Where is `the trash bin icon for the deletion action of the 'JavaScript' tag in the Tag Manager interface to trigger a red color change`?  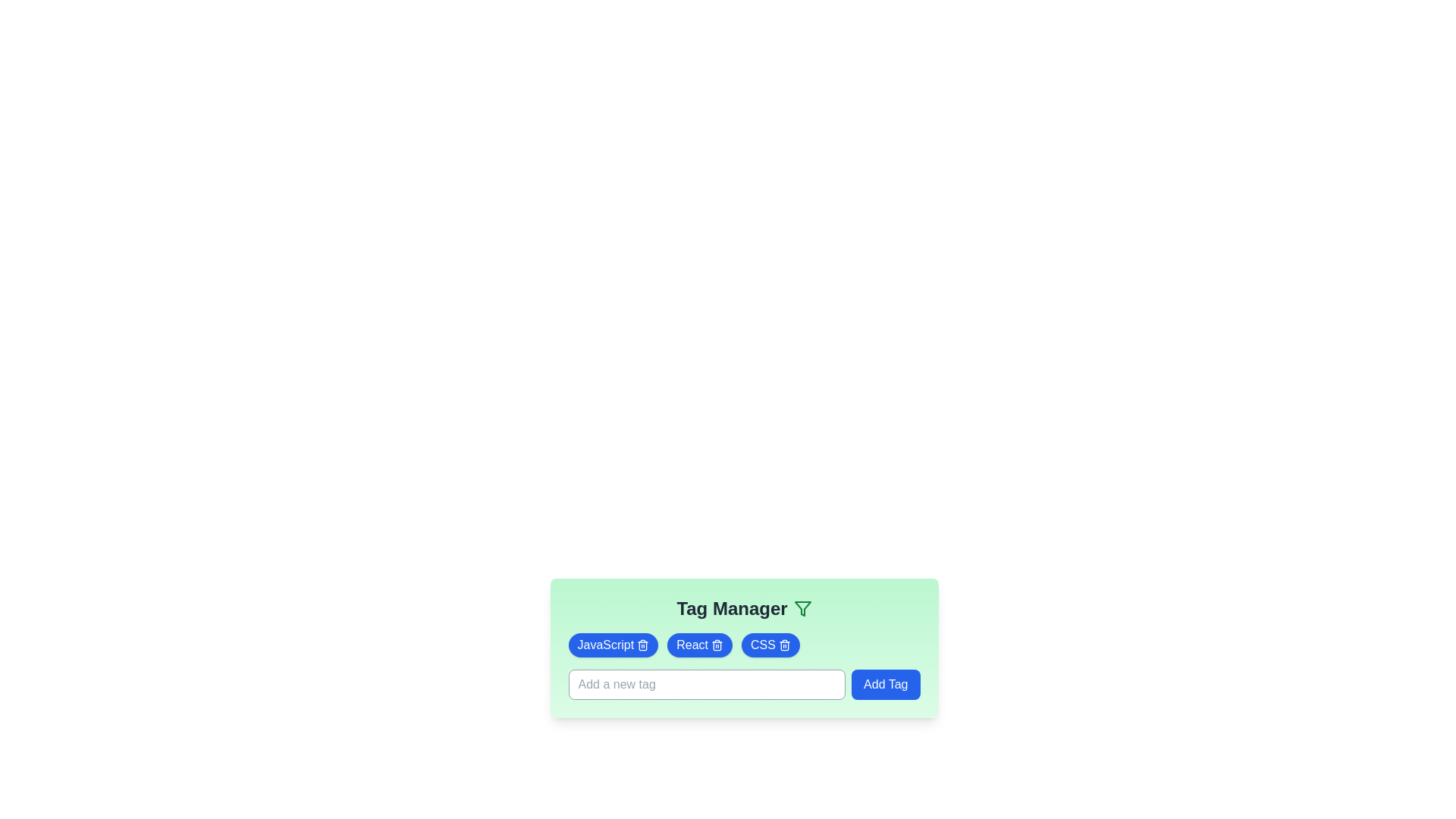 the trash bin icon for the deletion action of the 'JavaScript' tag in the Tag Manager interface to trigger a red color change is located at coordinates (643, 645).